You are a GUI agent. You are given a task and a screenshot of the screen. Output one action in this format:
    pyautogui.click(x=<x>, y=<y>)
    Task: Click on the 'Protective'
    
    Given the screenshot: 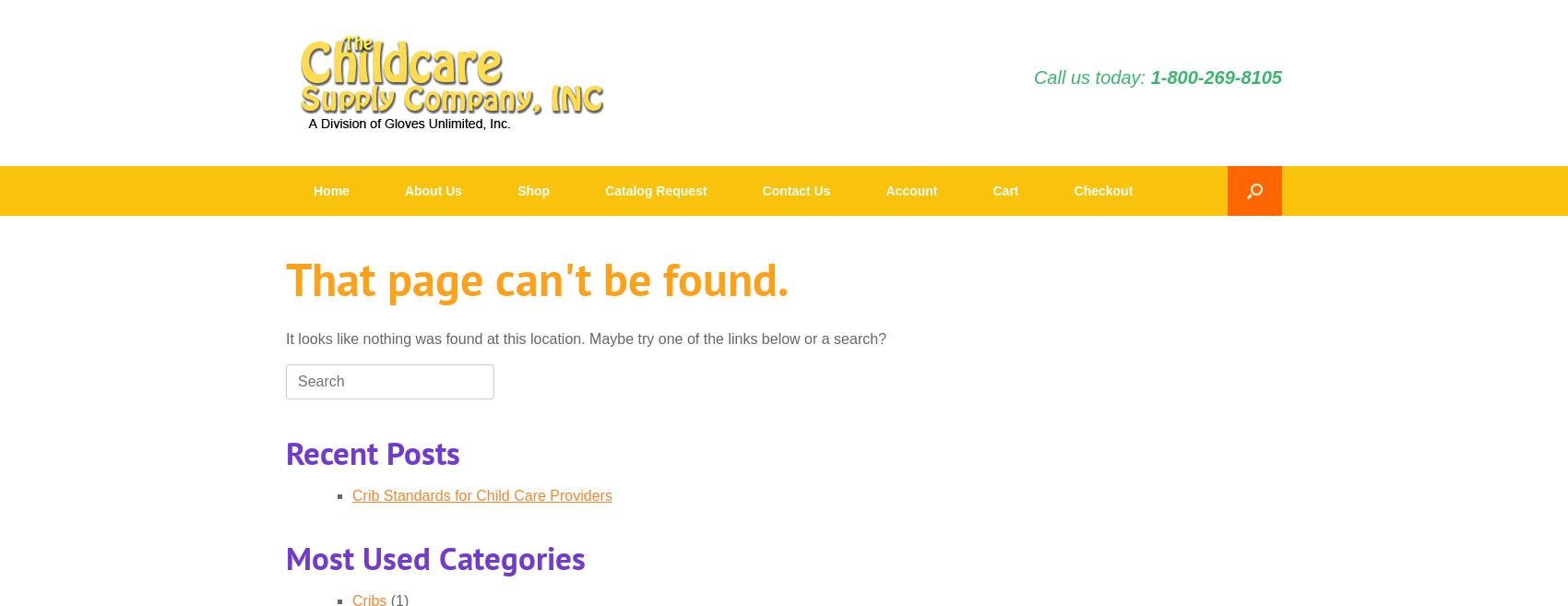 What is the action you would take?
    pyautogui.click(x=731, y=317)
    